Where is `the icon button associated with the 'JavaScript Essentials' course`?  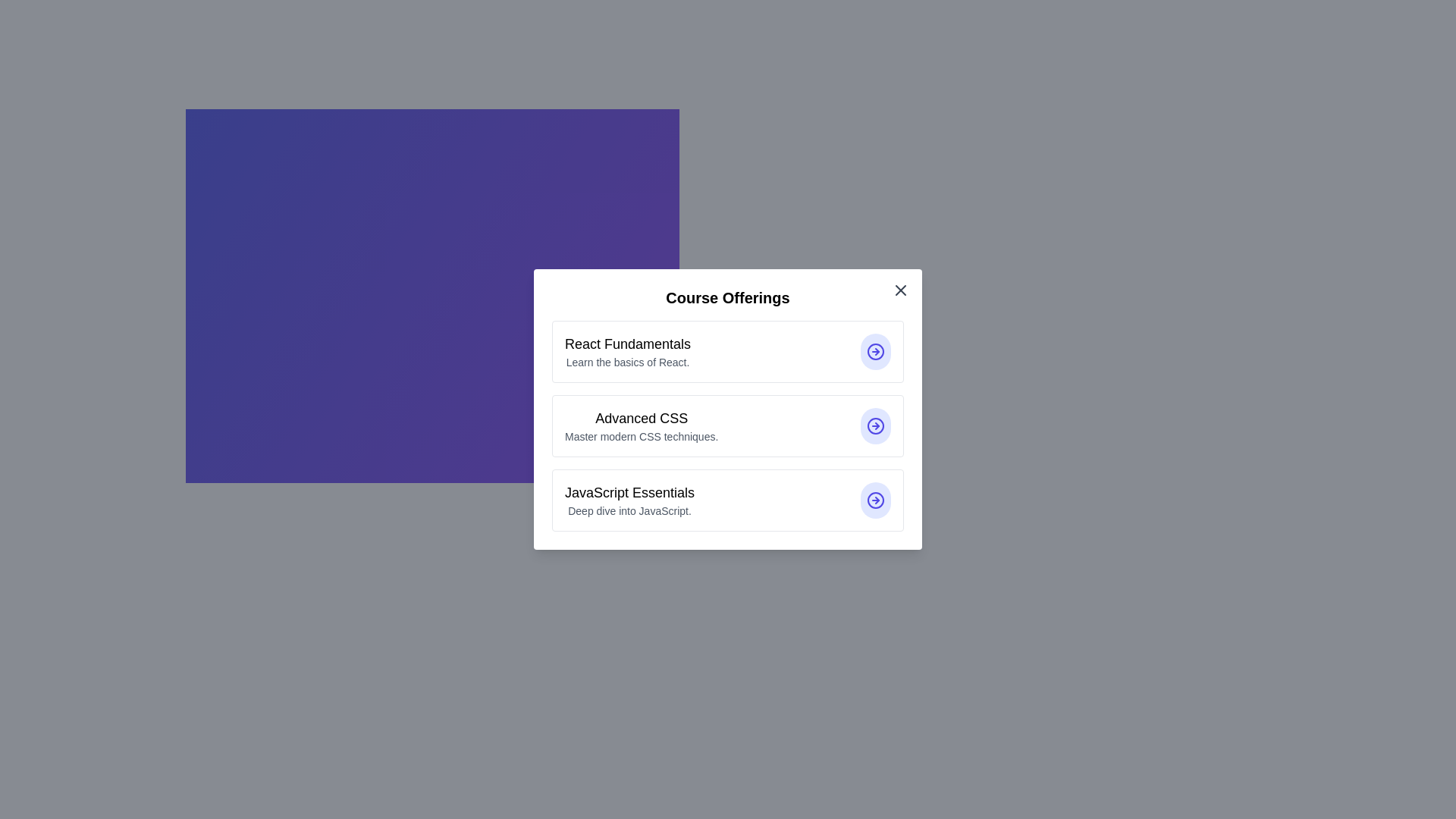 the icon button associated with the 'JavaScript Essentials' course is located at coordinates (876, 500).